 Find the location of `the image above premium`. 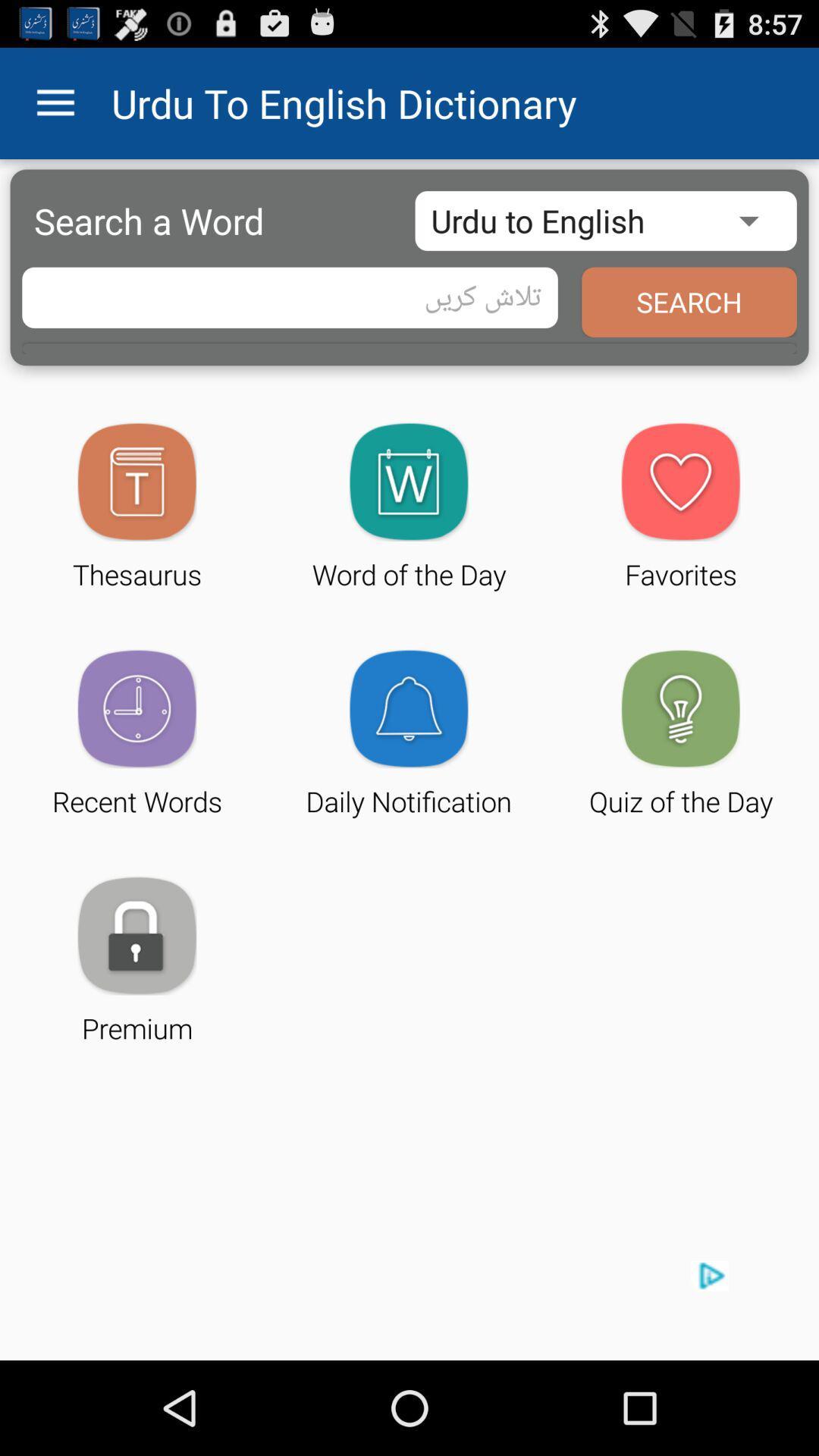

the image above premium is located at coordinates (137, 934).